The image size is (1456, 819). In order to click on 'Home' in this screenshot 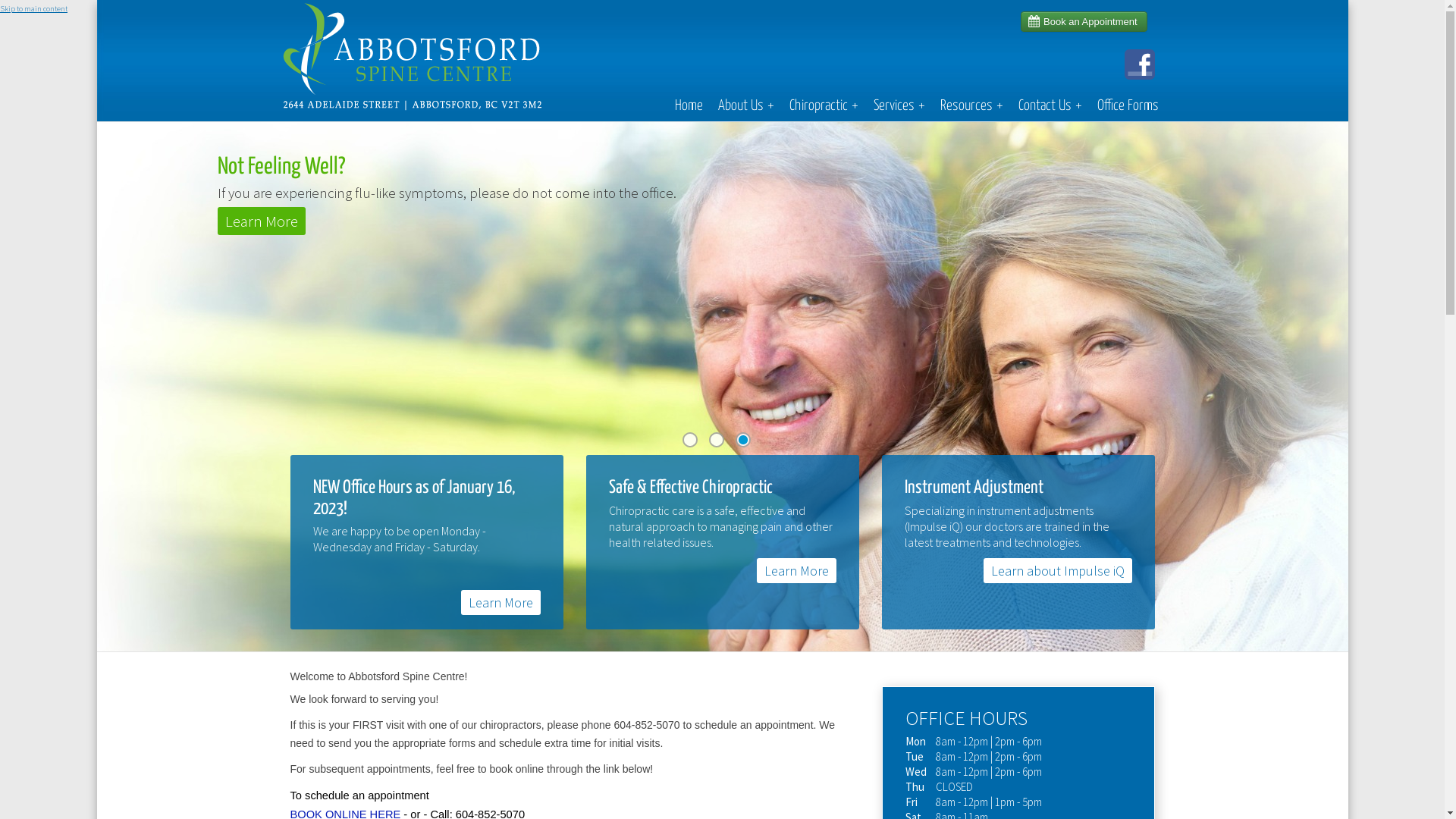, I will do `click(688, 105)`.